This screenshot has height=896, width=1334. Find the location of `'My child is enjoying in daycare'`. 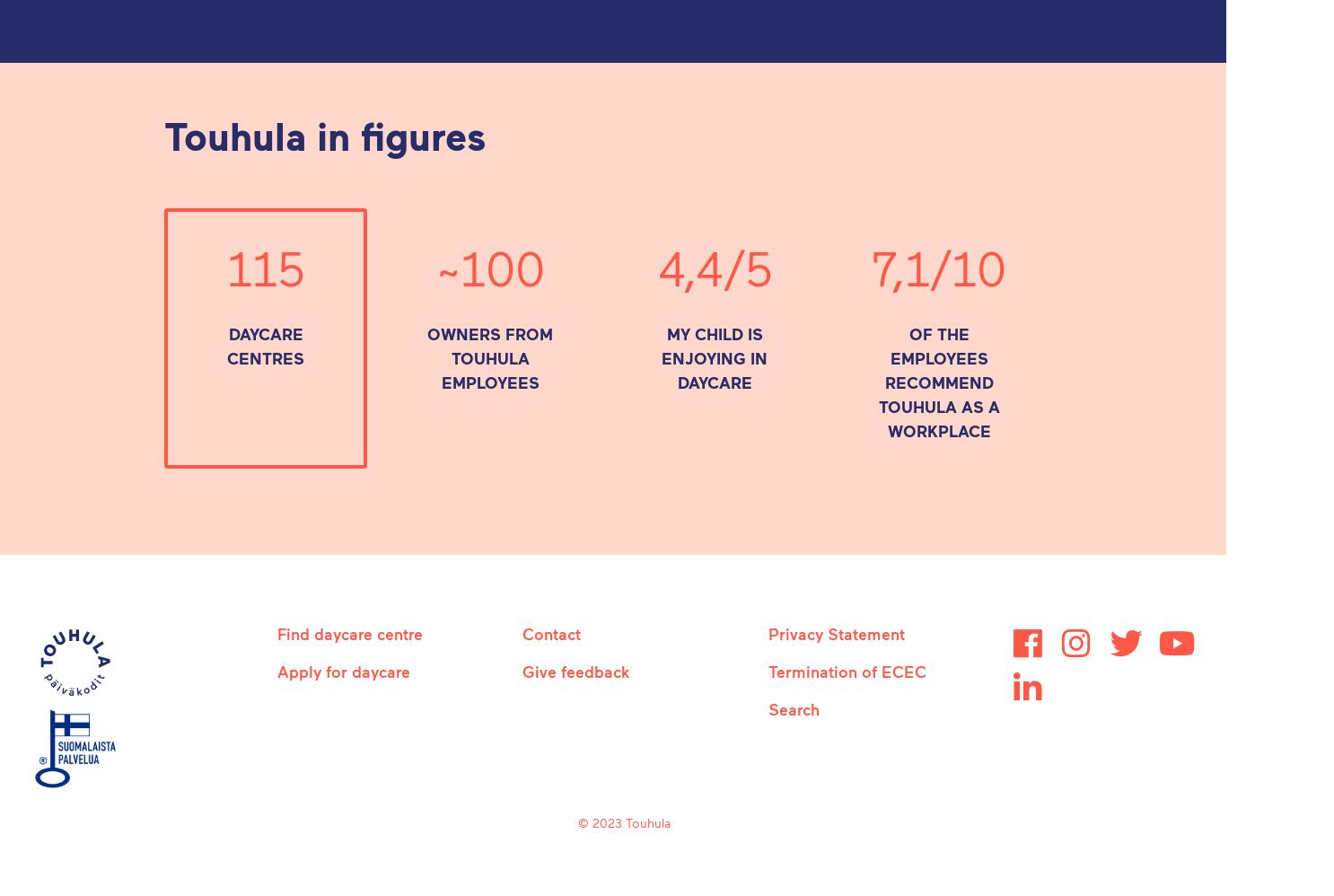

'My child is enjoying in daycare' is located at coordinates (714, 357).